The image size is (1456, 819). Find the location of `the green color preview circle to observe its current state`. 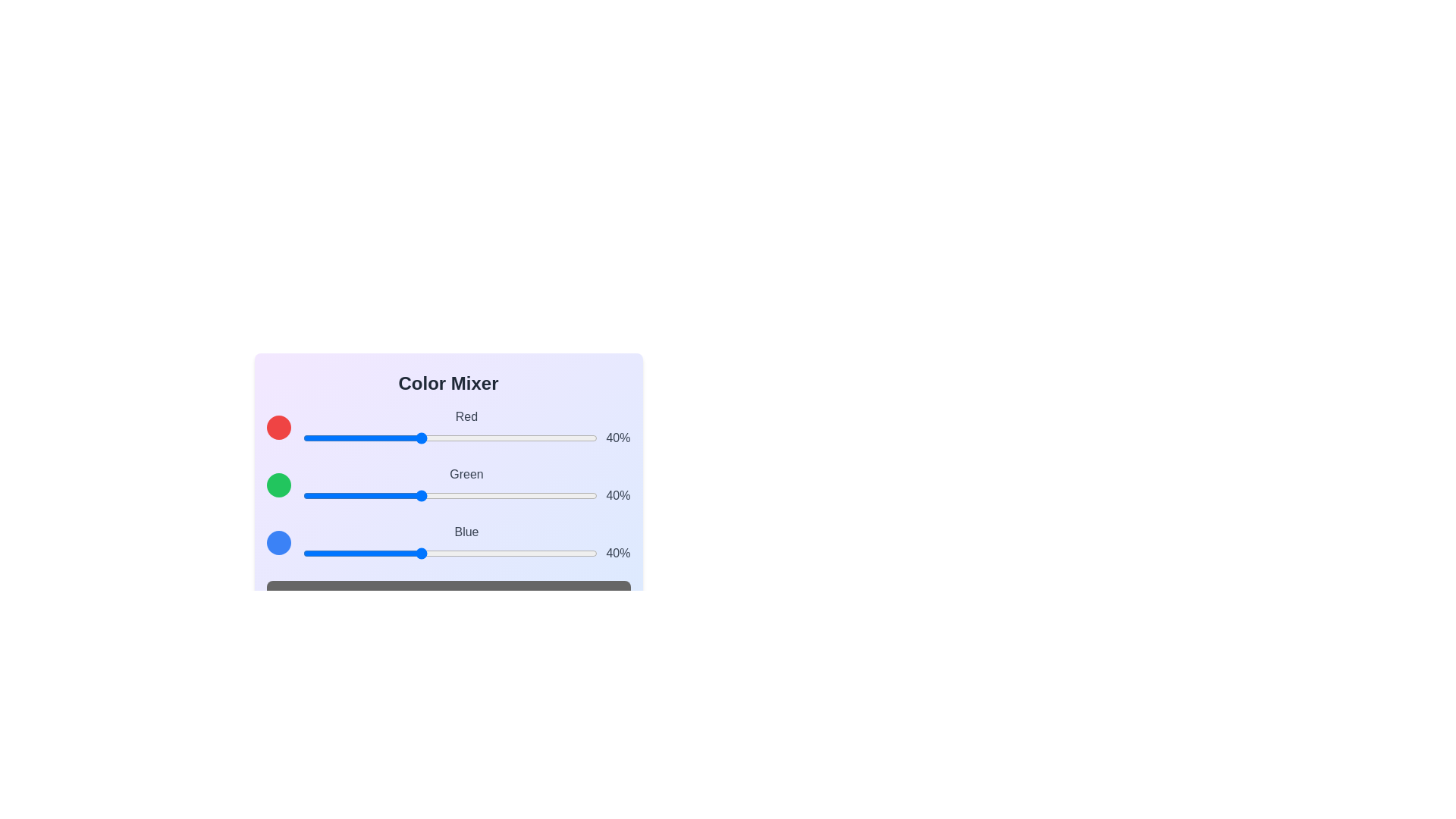

the green color preview circle to observe its current state is located at coordinates (278, 485).